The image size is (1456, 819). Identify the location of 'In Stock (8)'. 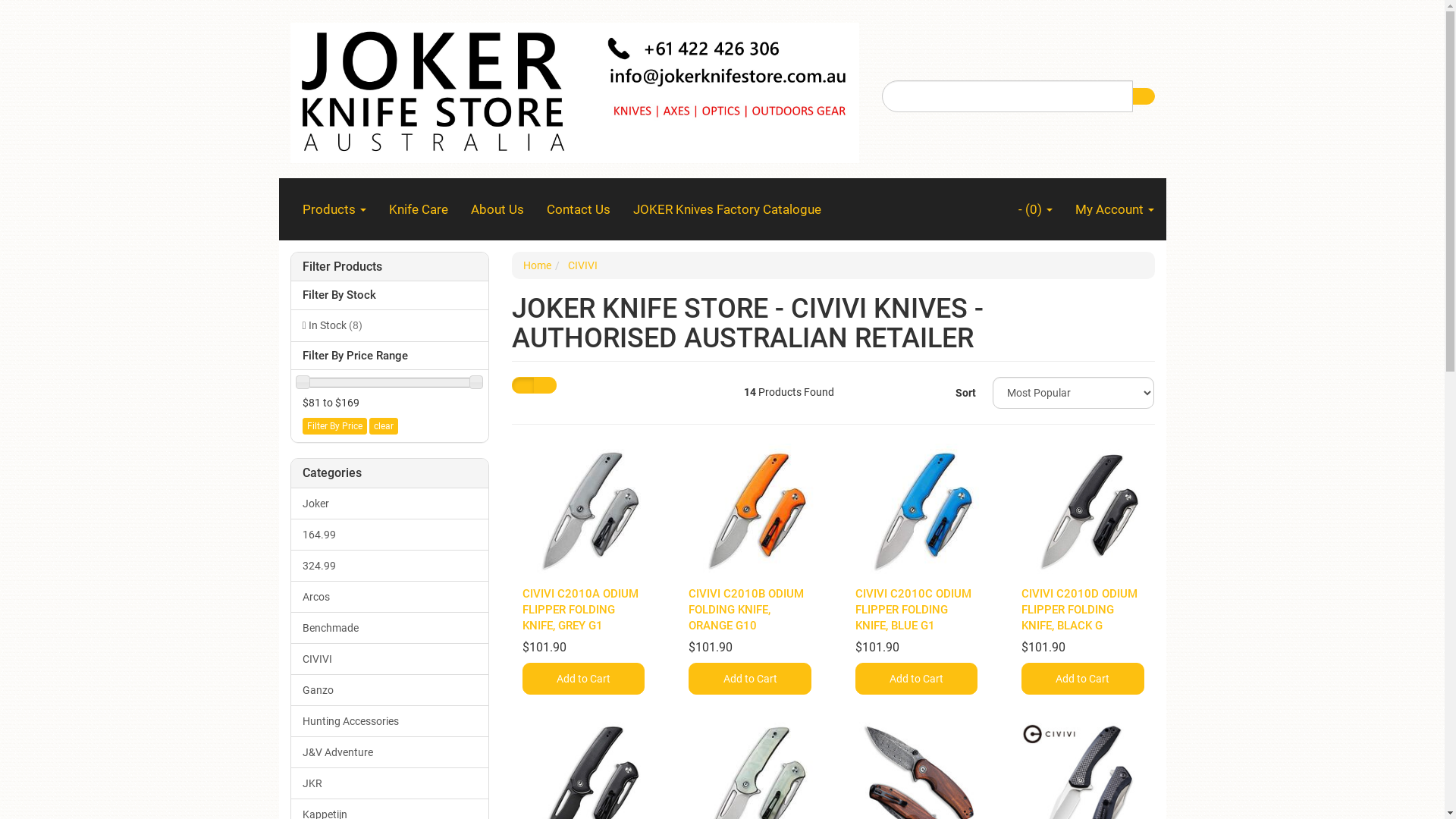
(390, 324).